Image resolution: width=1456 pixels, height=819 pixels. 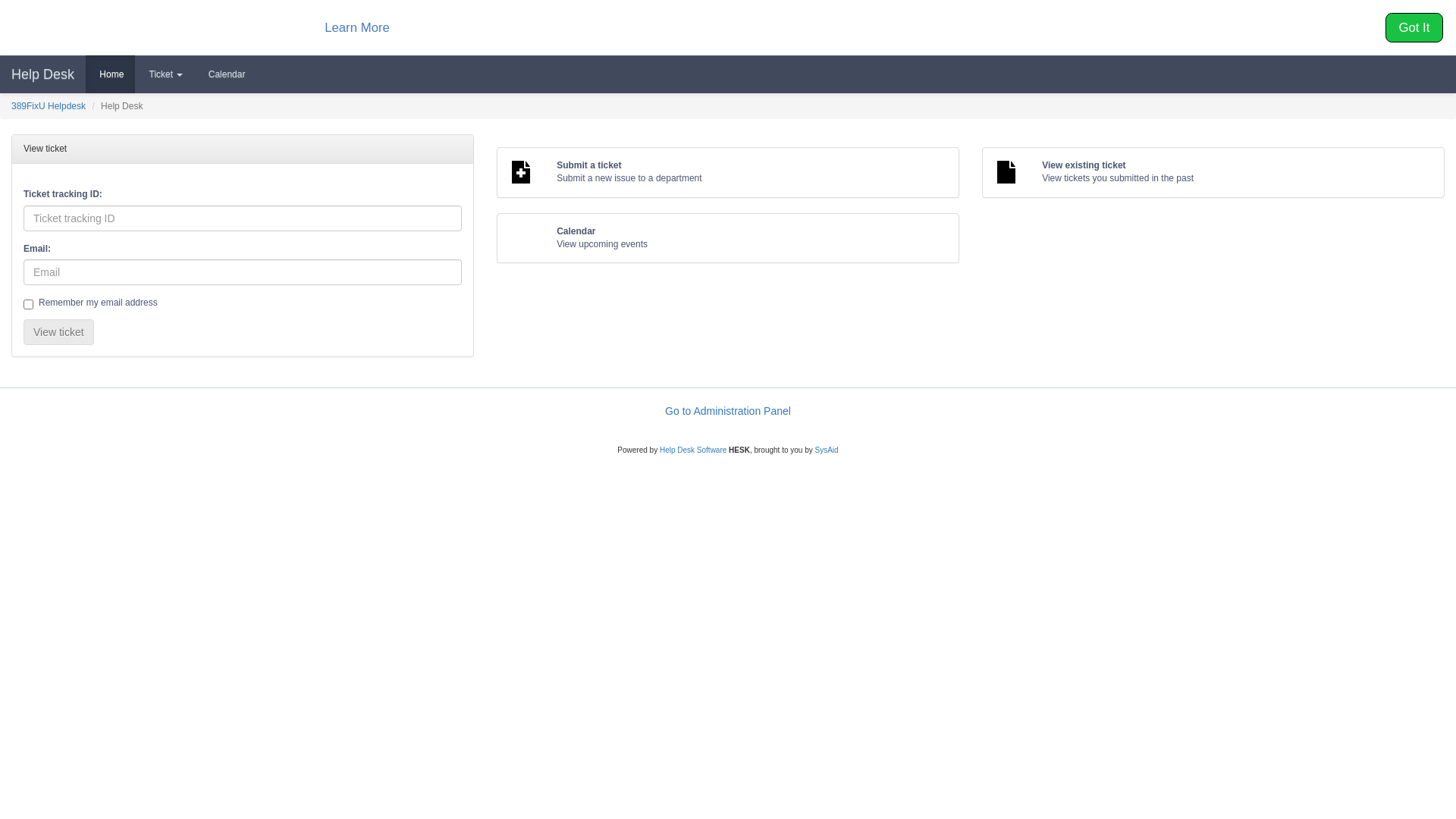 I want to click on ' Ticket', so click(x=164, y=74).